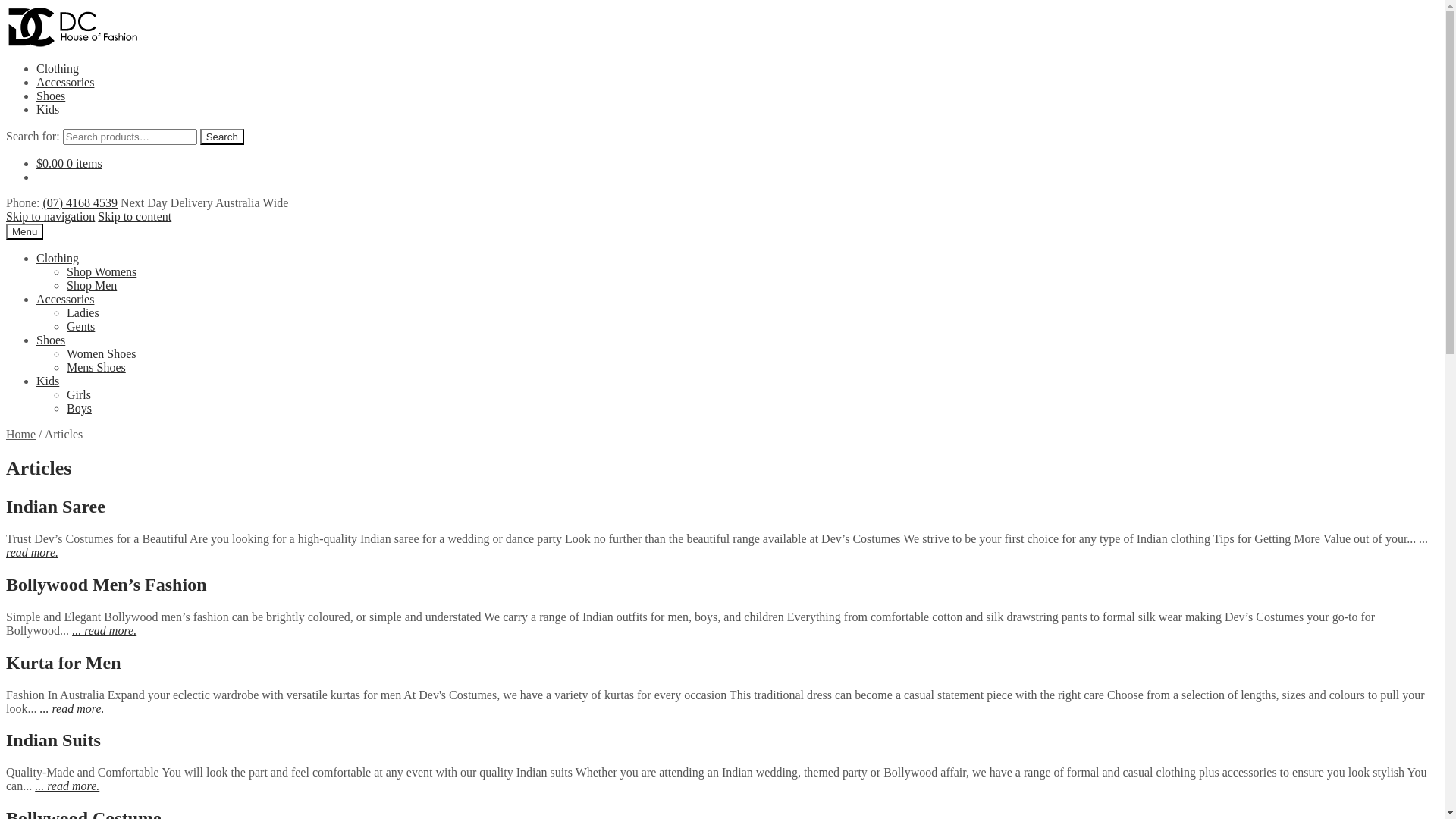 This screenshot has width=1456, height=819. What do you see at coordinates (68, 163) in the screenshot?
I see `'$0.00 0 items'` at bounding box center [68, 163].